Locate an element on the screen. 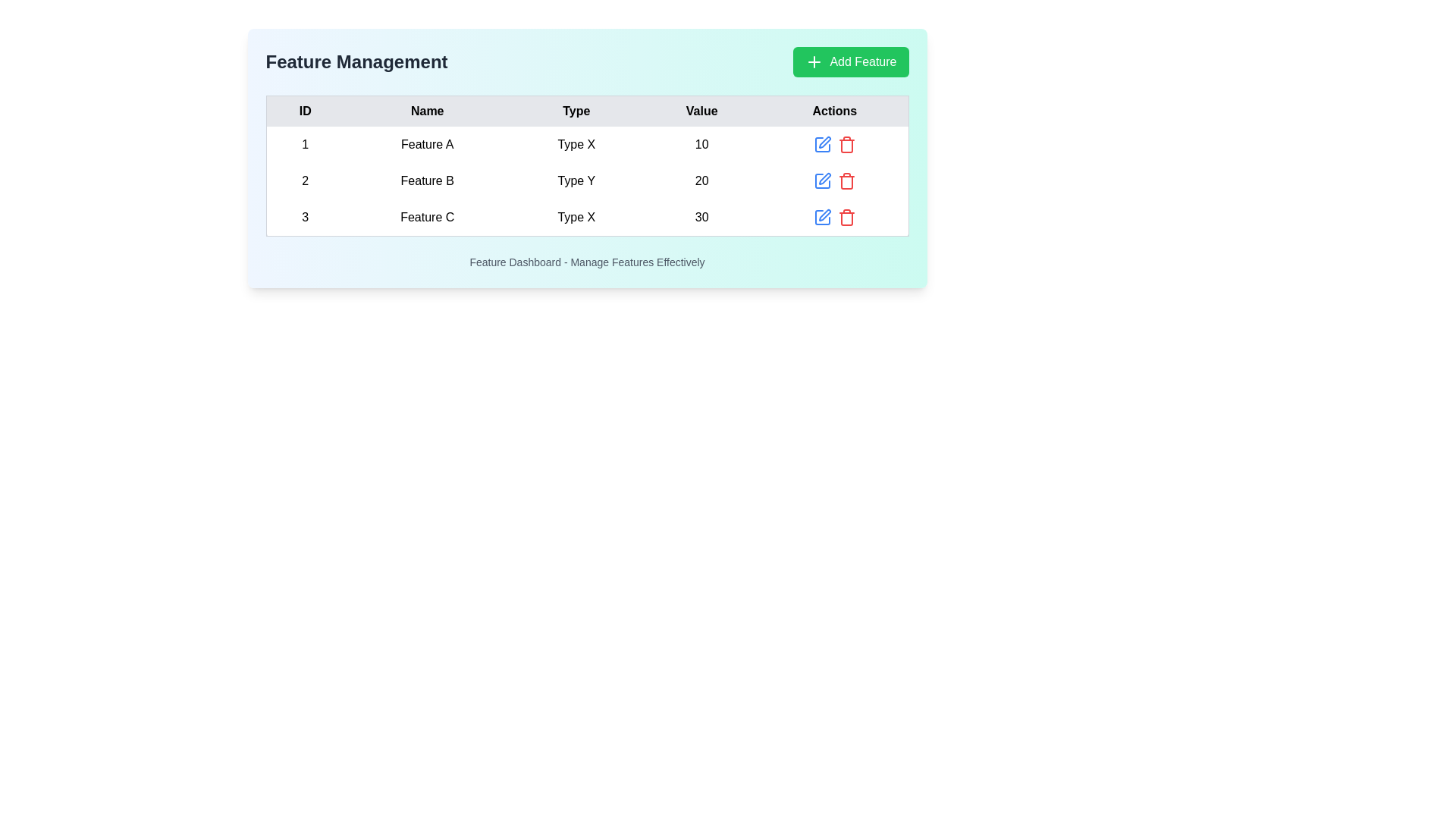 The width and height of the screenshot is (1456, 819). the static text label reading 'Type X' located in the third column of the first row in the table under the column titled 'Type' is located at coordinates (576, 145).